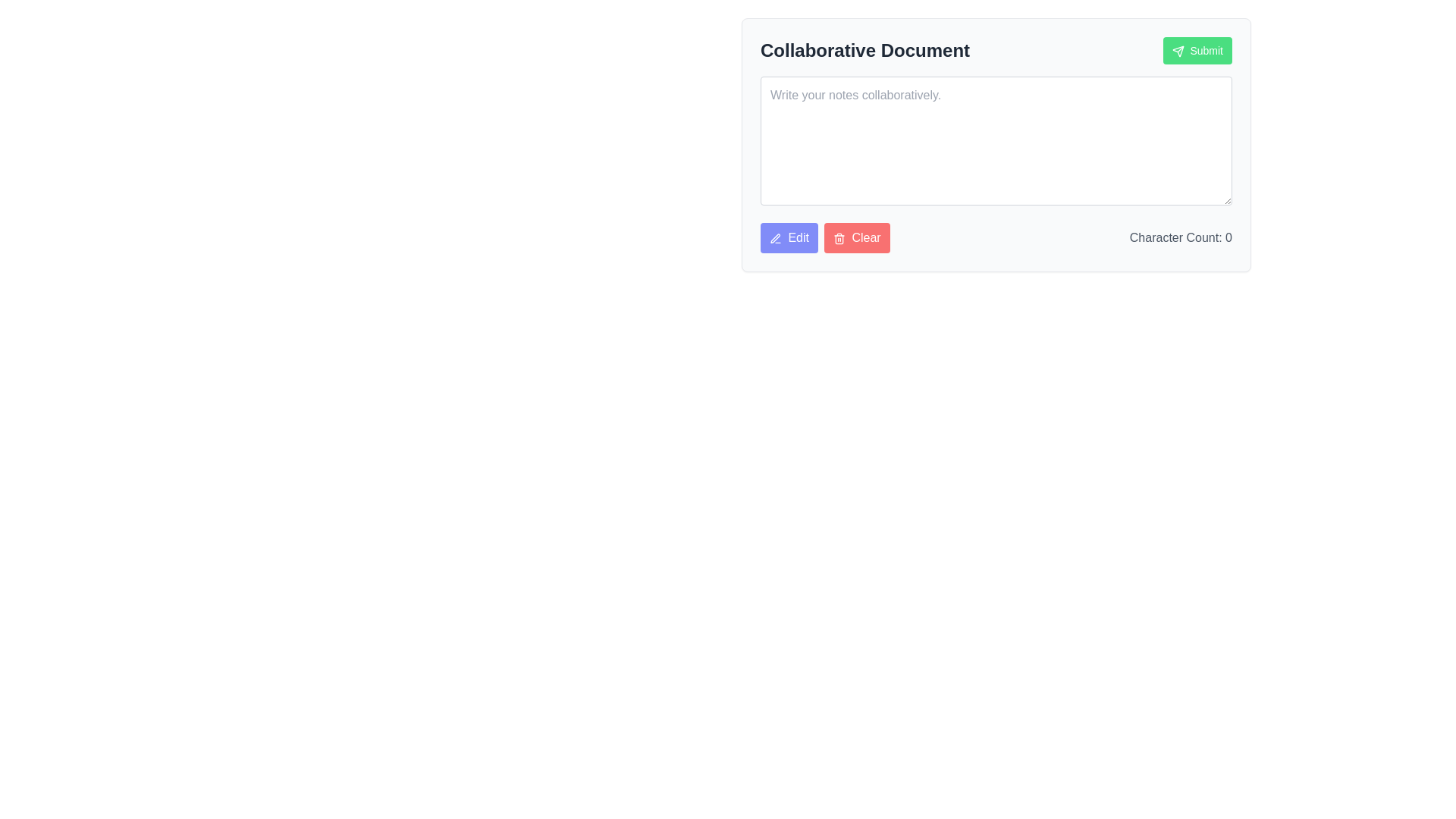  What do you see at coordinates (856, 237) in the screenshot?
I see `the 'Clear' button located in the 'Collaborative Document' widget, positioned below the text input area, as the second button from the left` at bounding box center [856, 237].